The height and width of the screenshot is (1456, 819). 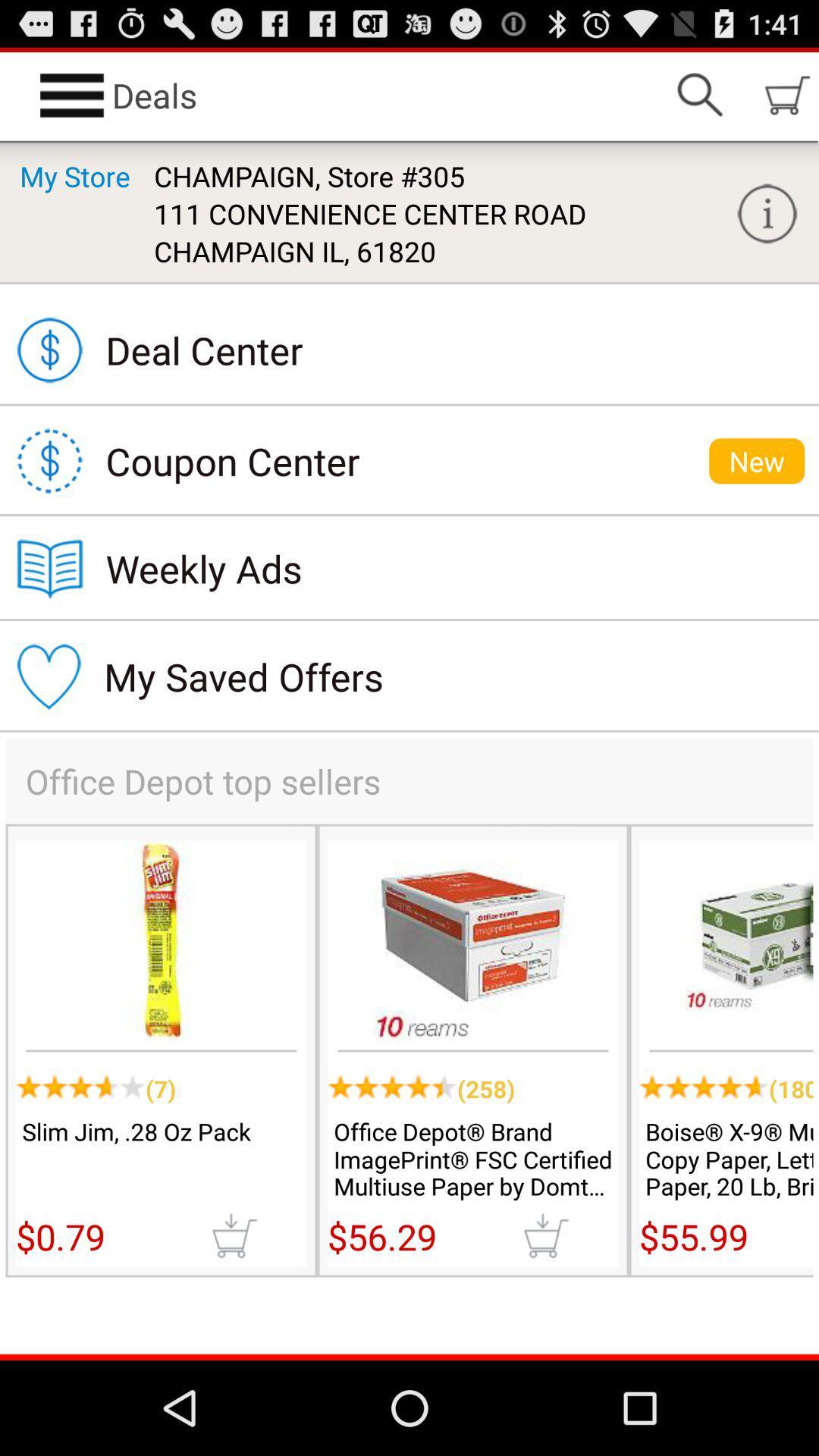 I want to click on item above the new, so click(x=767, y=213).